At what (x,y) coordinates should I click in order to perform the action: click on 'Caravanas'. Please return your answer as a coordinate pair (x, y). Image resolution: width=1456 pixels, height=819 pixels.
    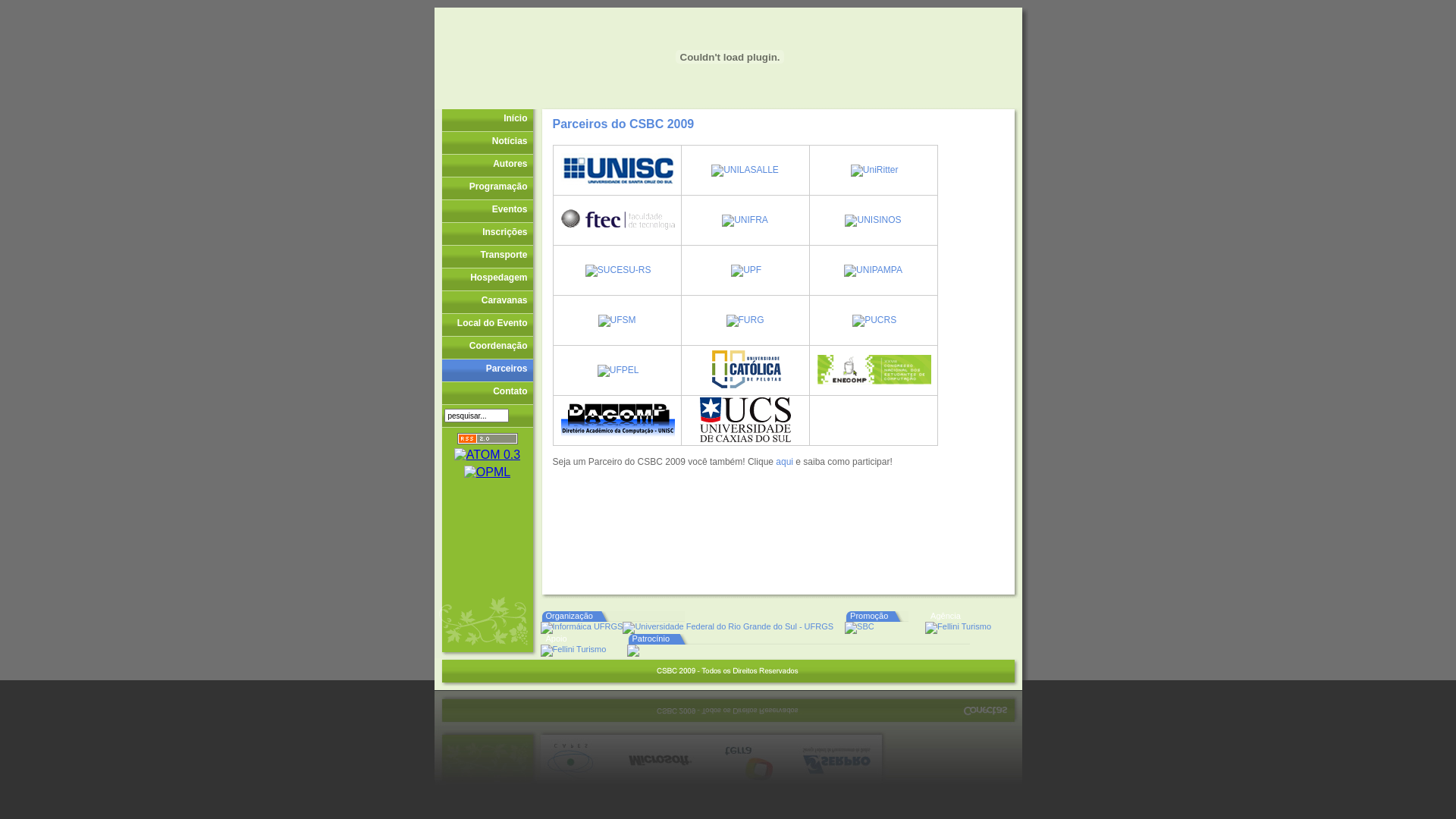
    Looking at the image, I should click on (487, 302).